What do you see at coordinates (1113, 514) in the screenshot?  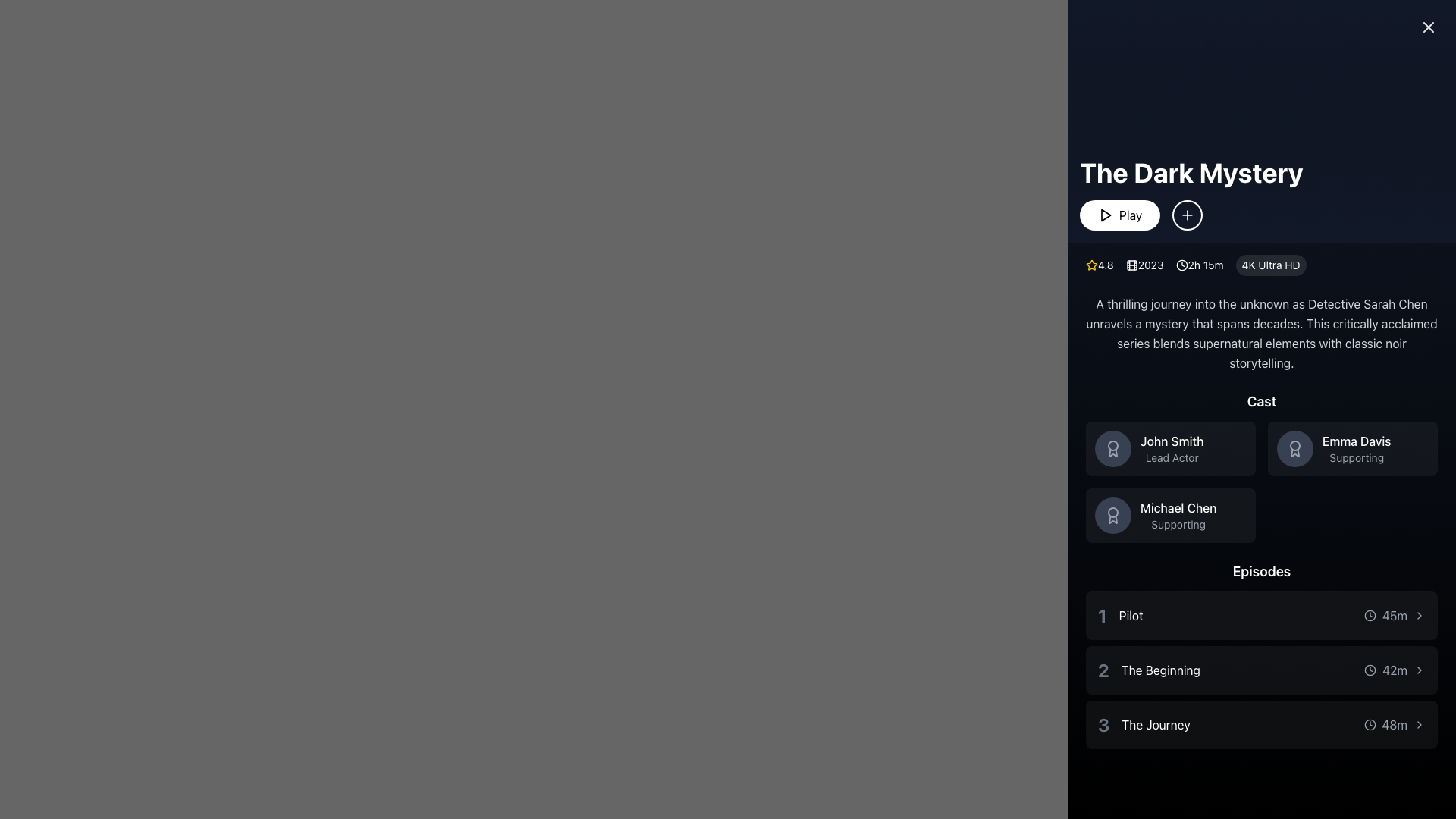 I see `the decorative icon with a dark gray background and light gray award ribbon outline, located at the top left corner of the card for 'Michael Chen' in the Cast section` at bounding box center [1113, 514].